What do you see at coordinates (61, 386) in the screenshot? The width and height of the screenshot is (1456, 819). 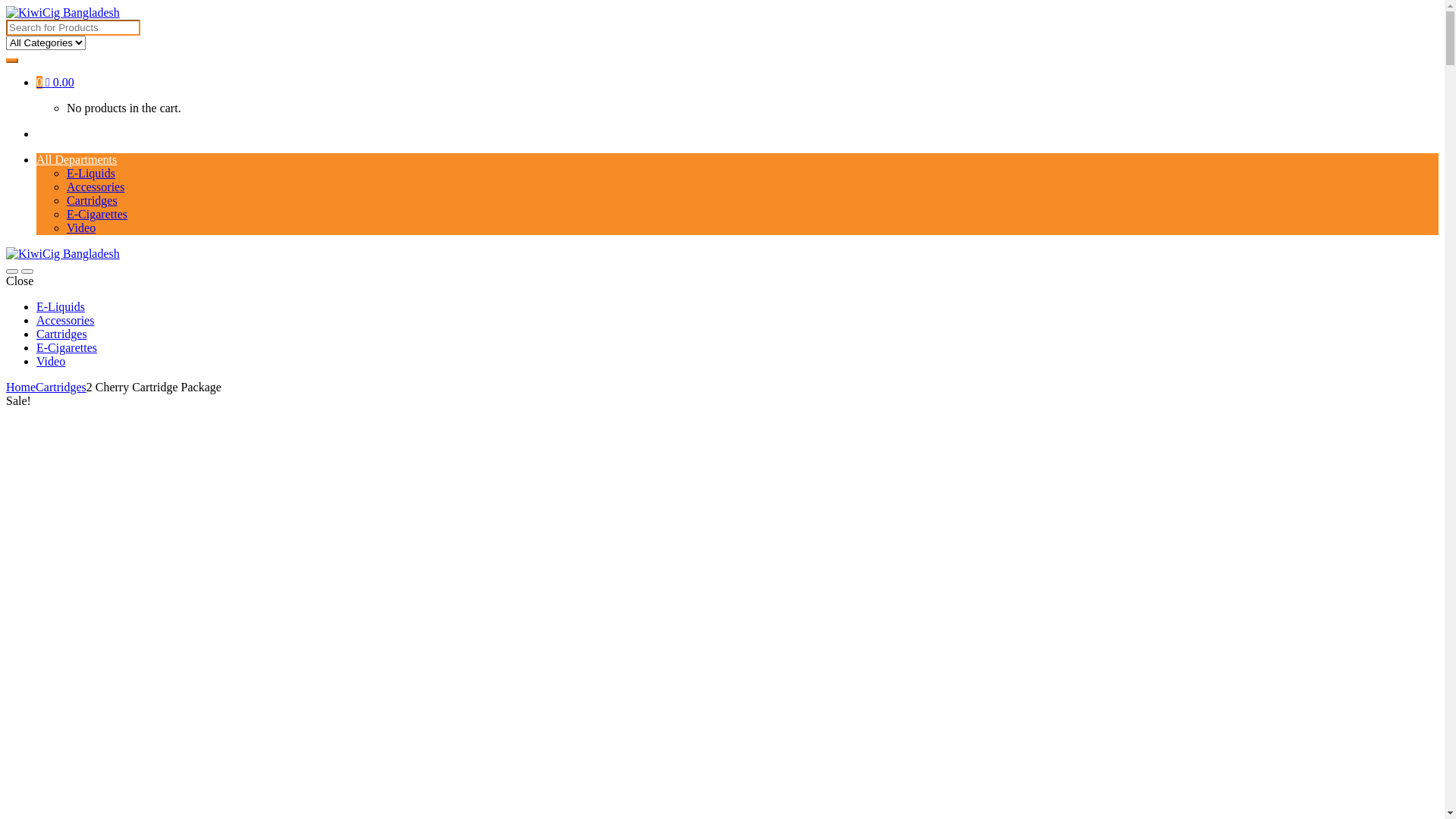 I see `'Cartridges'` at bounding box center [61, 386].